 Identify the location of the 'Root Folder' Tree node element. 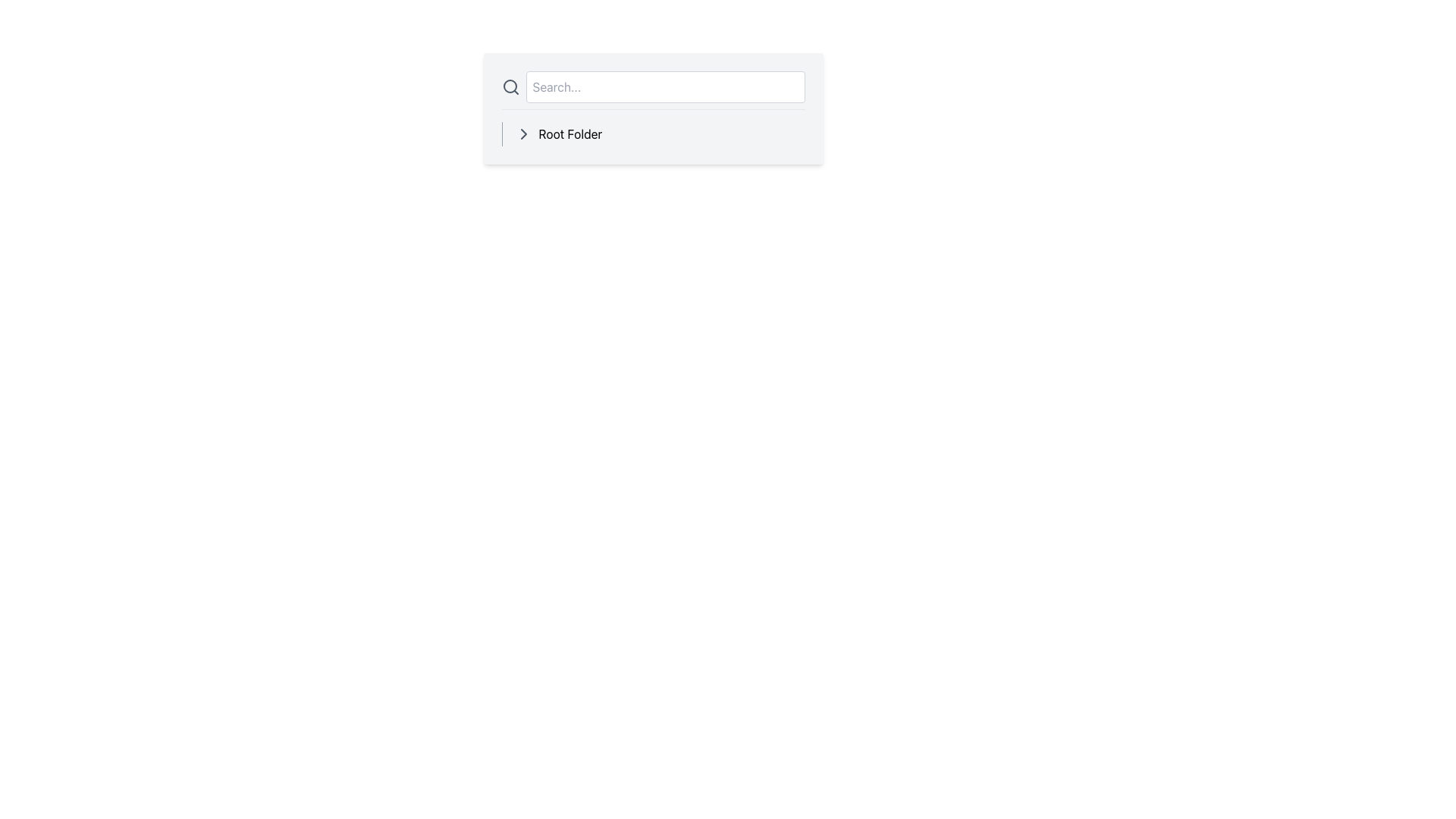
(653, 133).